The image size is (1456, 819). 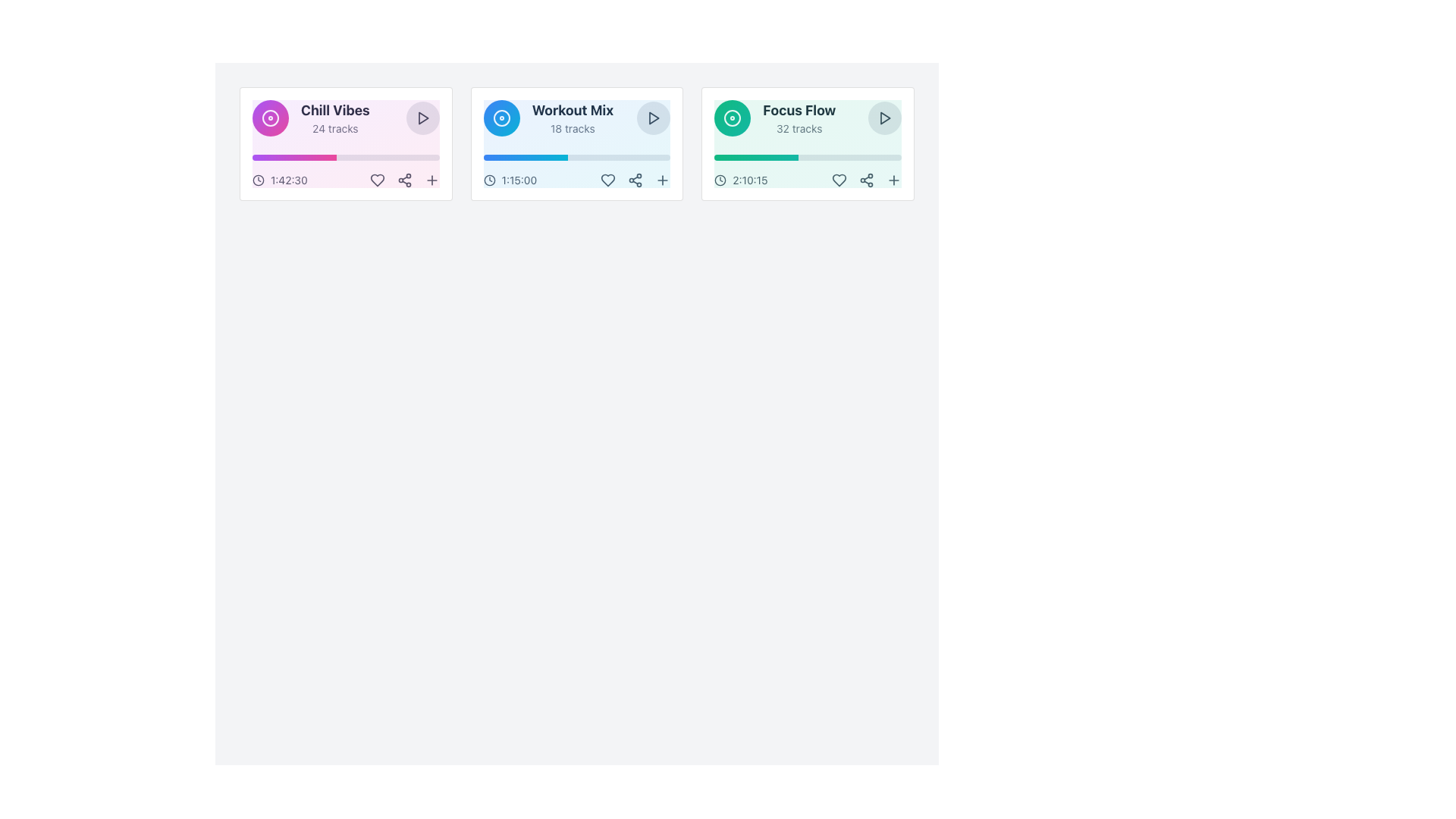 I want to click on the label that describes the playlist, which is positioned in the upper center area of the first playlist card, next to a circular icon, so click(x=334, y=117).